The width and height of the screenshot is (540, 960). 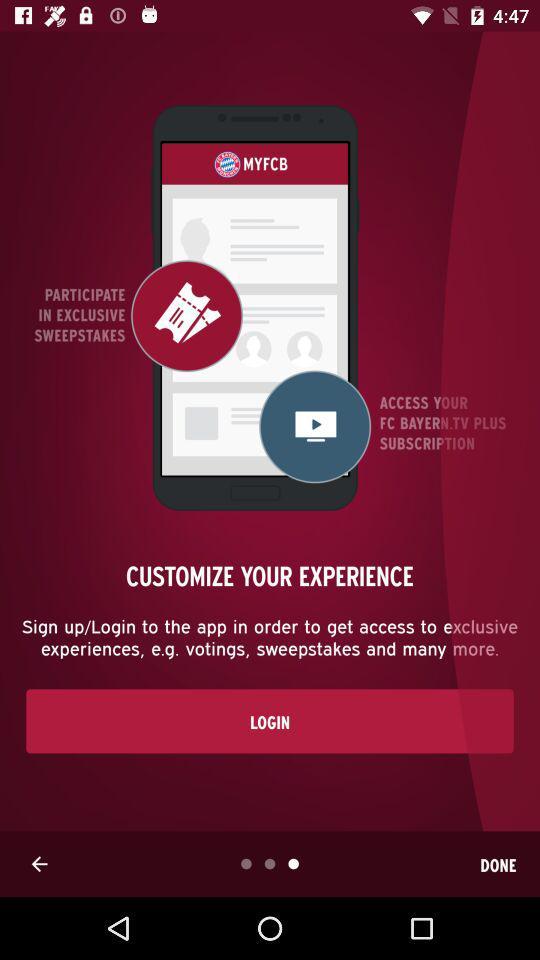 I want to click on the icon next to done, so click(x=39, y=863).